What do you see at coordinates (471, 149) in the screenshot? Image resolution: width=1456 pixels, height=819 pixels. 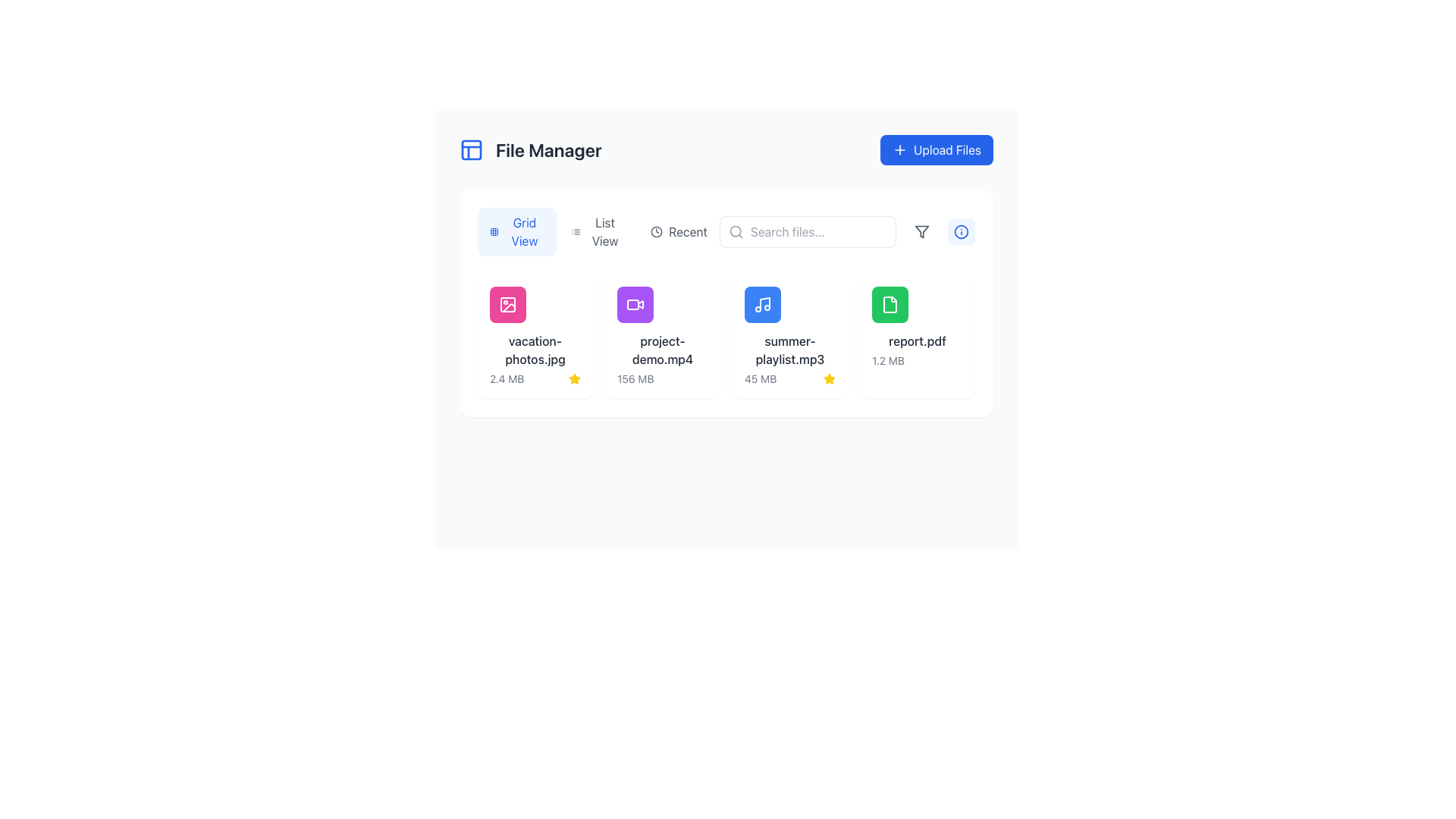 I see `the blue grid icon located to the immediate left of the 'File Manager' text in the header` at bounding box center [471, 149].